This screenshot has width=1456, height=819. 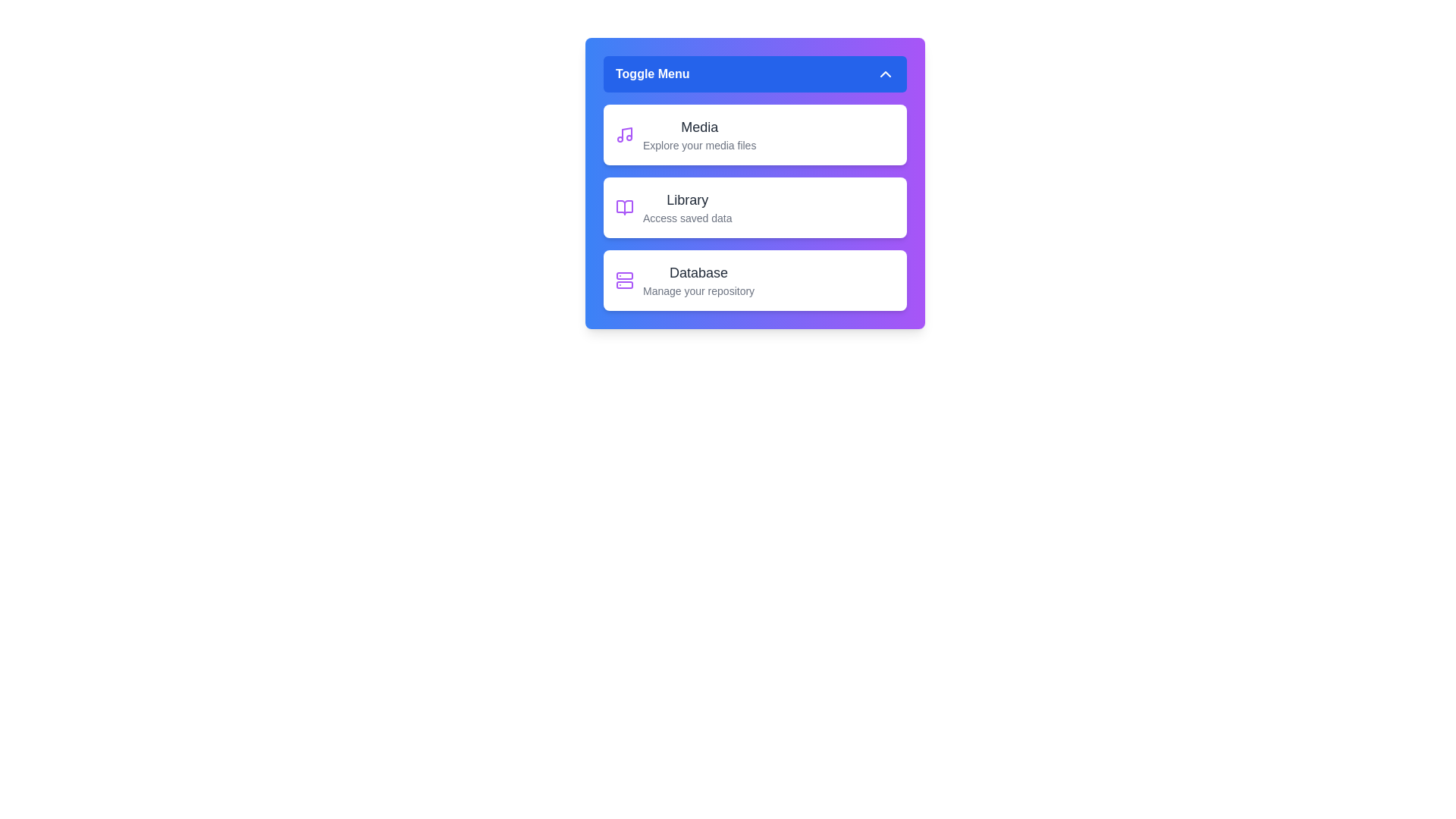 What do you see at coordinates (755, 74) in the screenshot?
I see `the 'Toggle Menu' button to toggle the visibility of the menu` at bounding box center [755, 74].